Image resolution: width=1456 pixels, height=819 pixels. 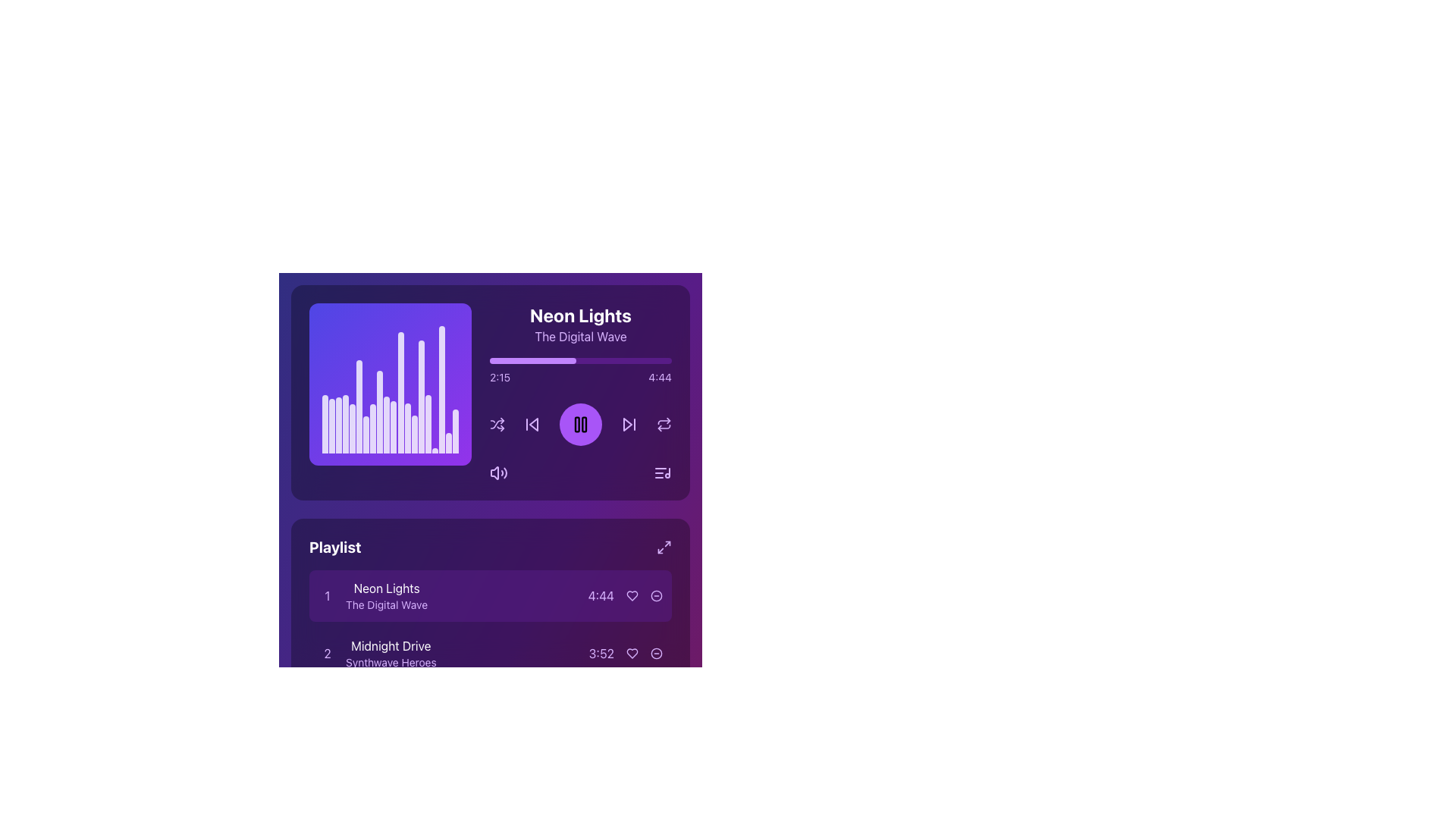 What do you see at coordinates (580, 315) in the screenshot?
I see `the 'Neon Lights' text label, which displays the title of the currently playing song in a bold and large font style, located in the upper part of the music player interface` at bounding box center [580, 315].